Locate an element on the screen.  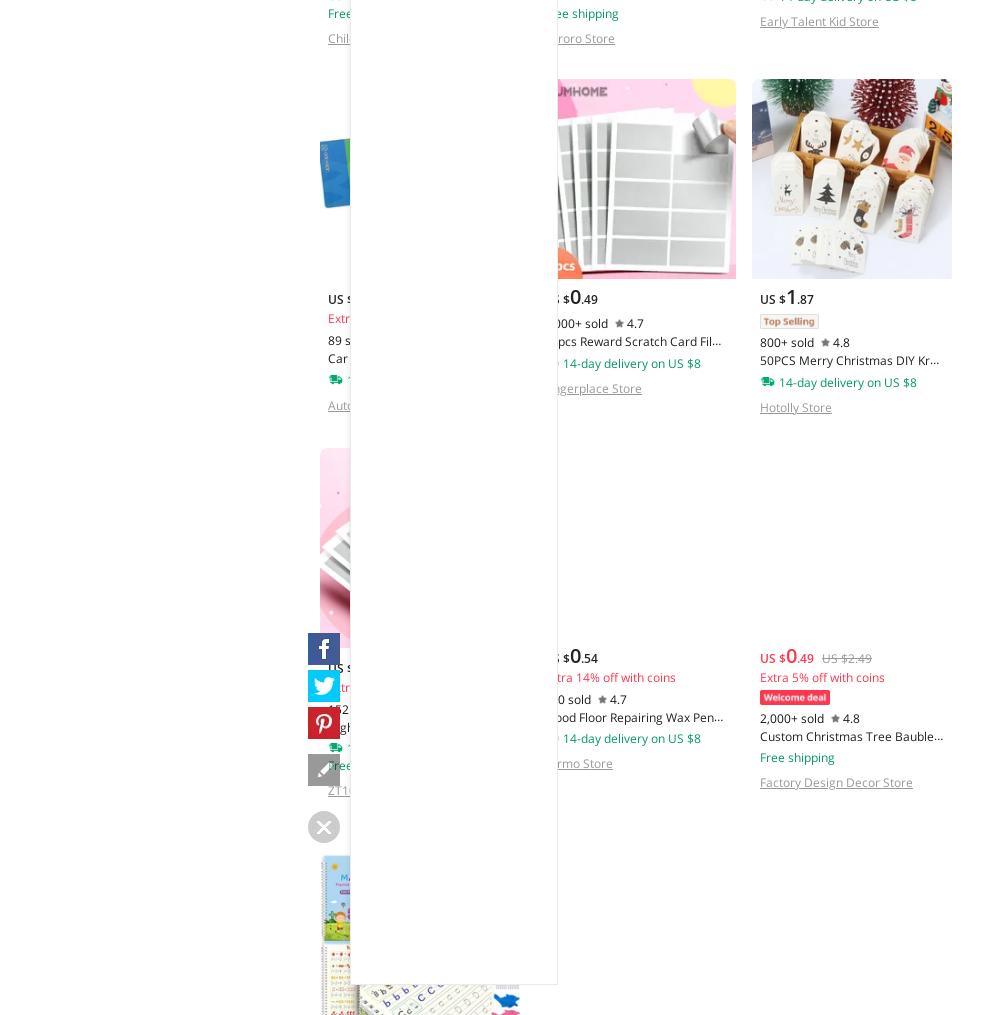
'Early Talent Kid Store' is located at coordinates (817, 20).